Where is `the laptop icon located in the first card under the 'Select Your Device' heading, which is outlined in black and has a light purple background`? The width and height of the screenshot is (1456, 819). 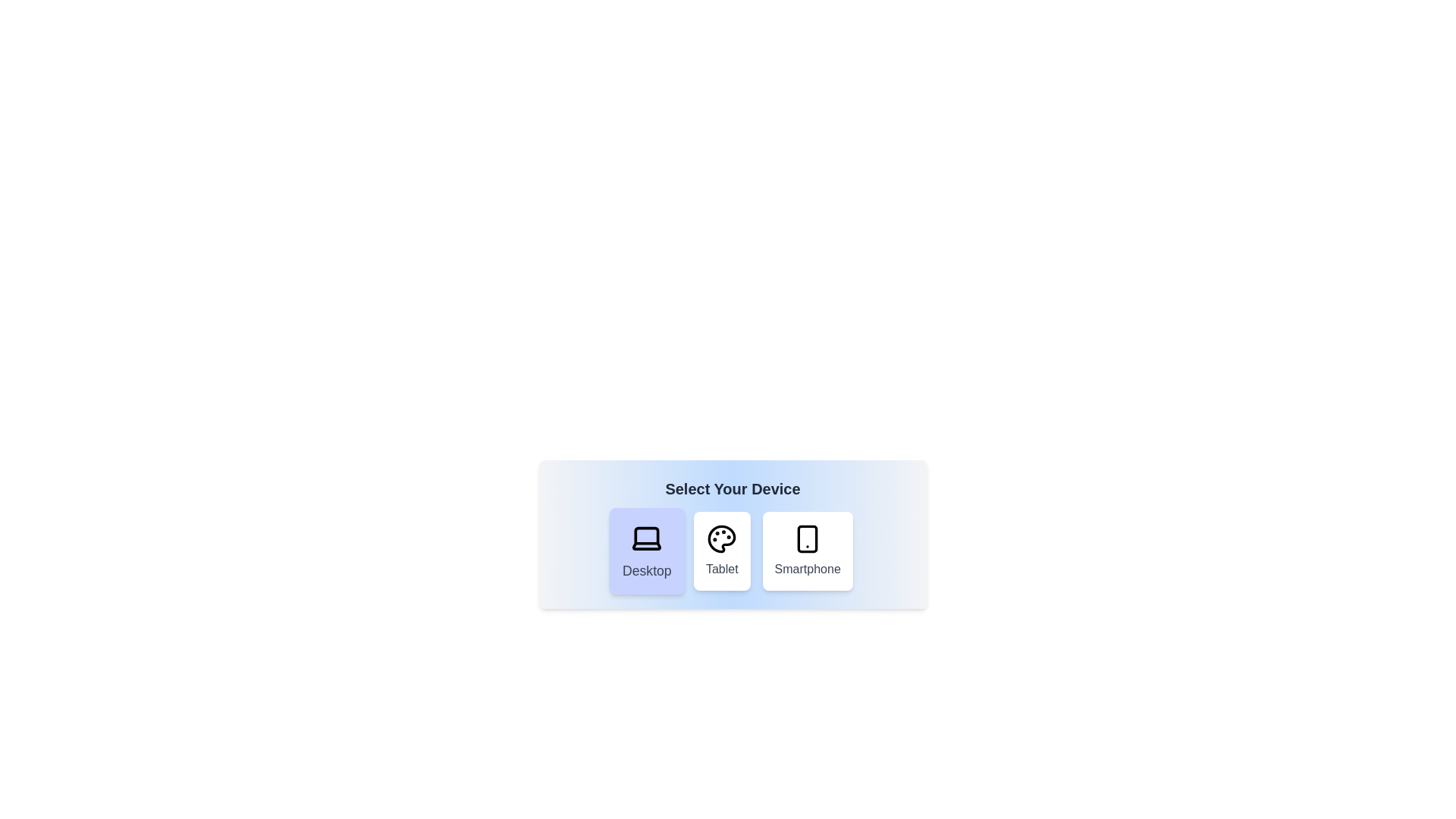
the laptop icon located in the first card under the 'Select Your Device' heading, which is outlined in black and has a light purple background is located at coordinates (647, 537).